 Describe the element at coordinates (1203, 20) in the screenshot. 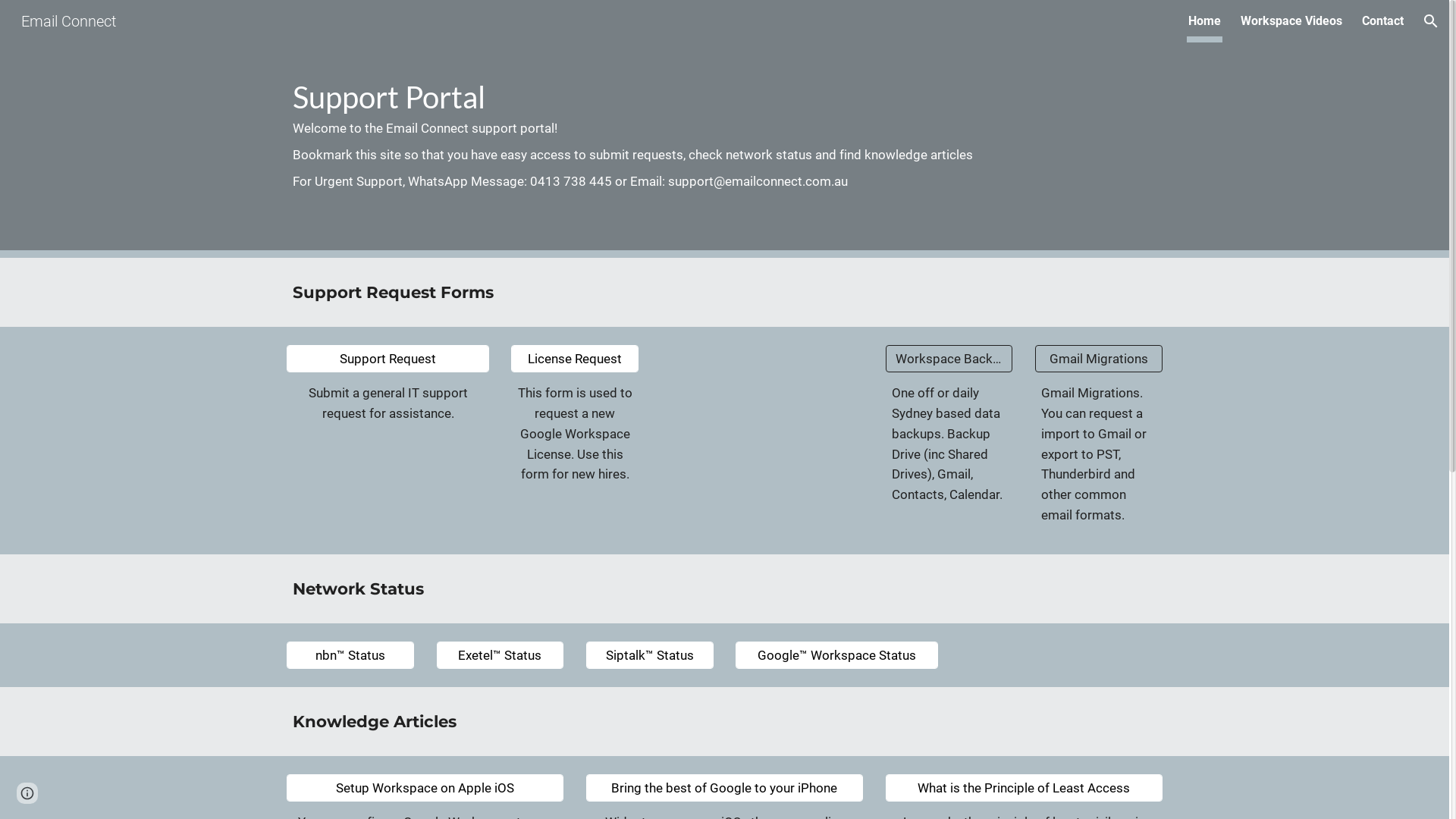

I see `'Home'` at that location.